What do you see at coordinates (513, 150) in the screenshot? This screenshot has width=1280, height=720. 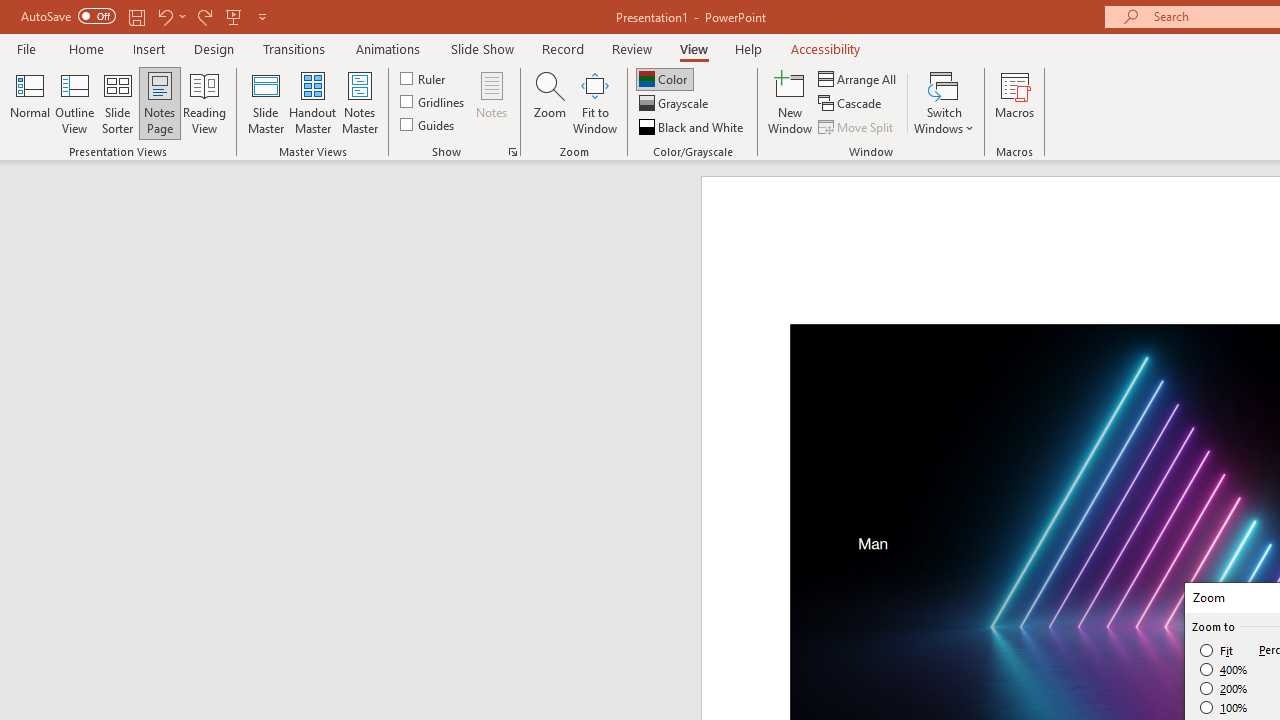 I see `'Grid Settings...'` at bounding box center [513, 150].